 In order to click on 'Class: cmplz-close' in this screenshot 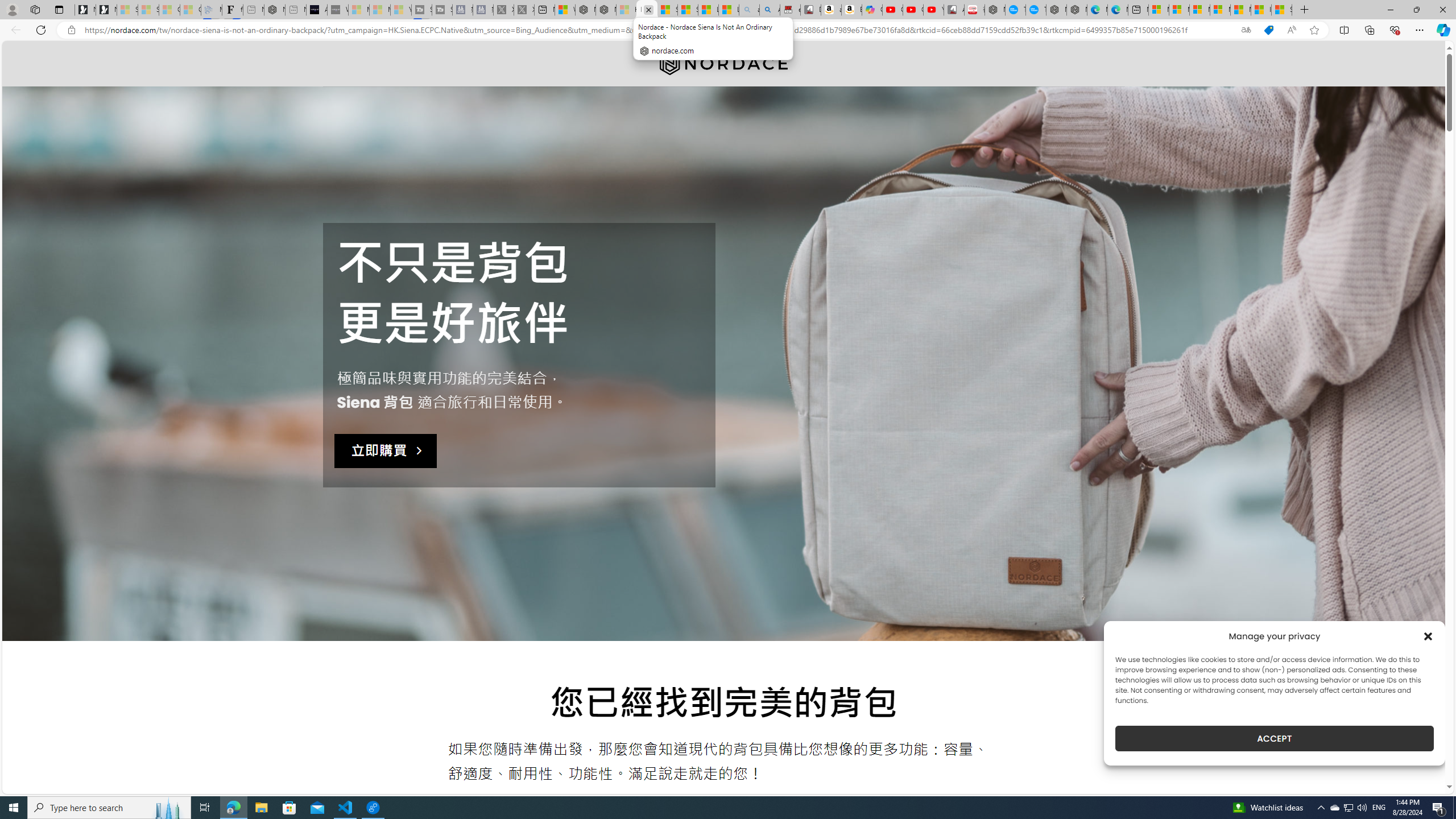, I will do `click(1428, 636)`.